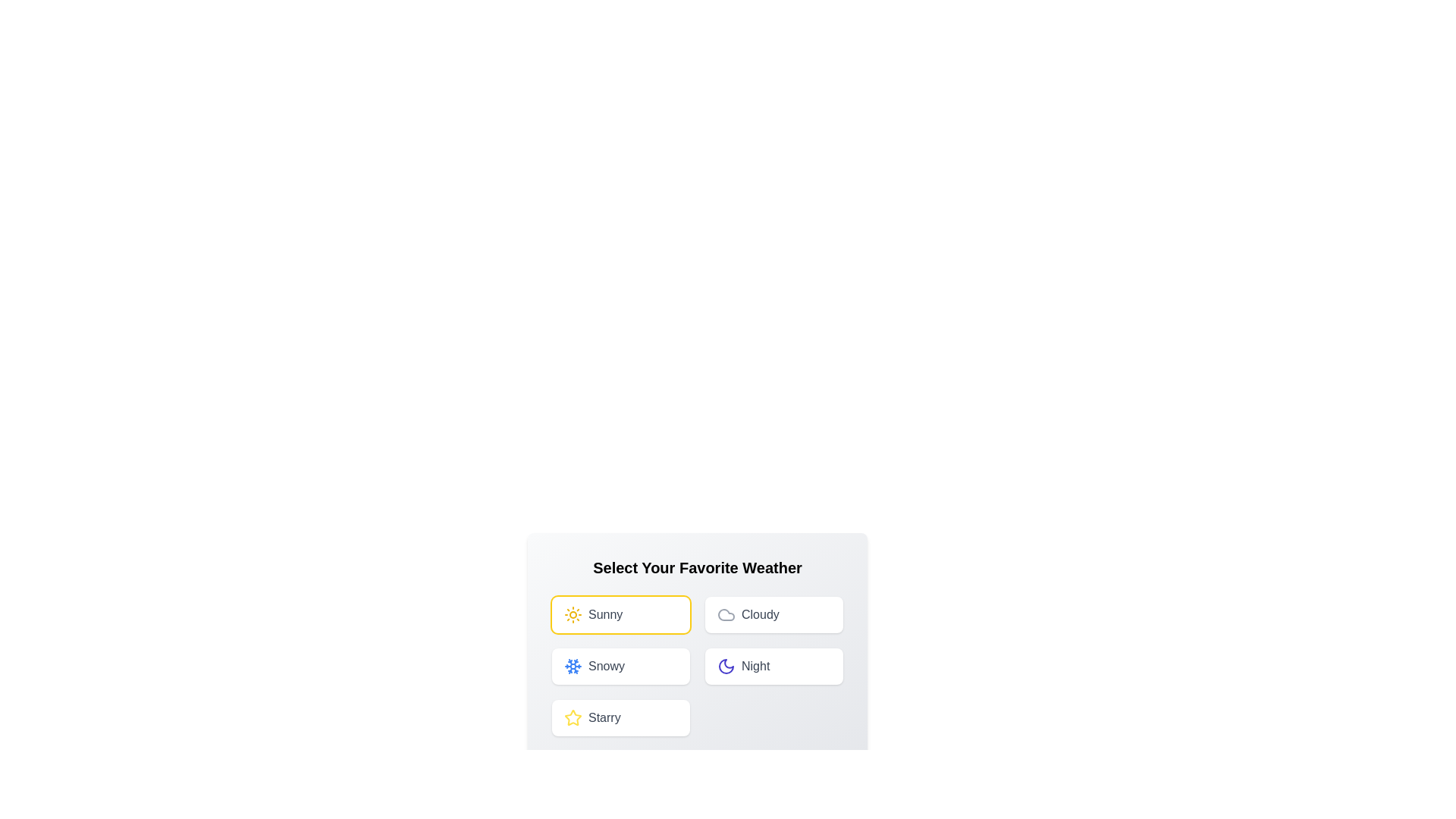  I want to click on the yellow star icon with a hollow center located in the bottom right corner of the weather options grid, so click(572, 717).